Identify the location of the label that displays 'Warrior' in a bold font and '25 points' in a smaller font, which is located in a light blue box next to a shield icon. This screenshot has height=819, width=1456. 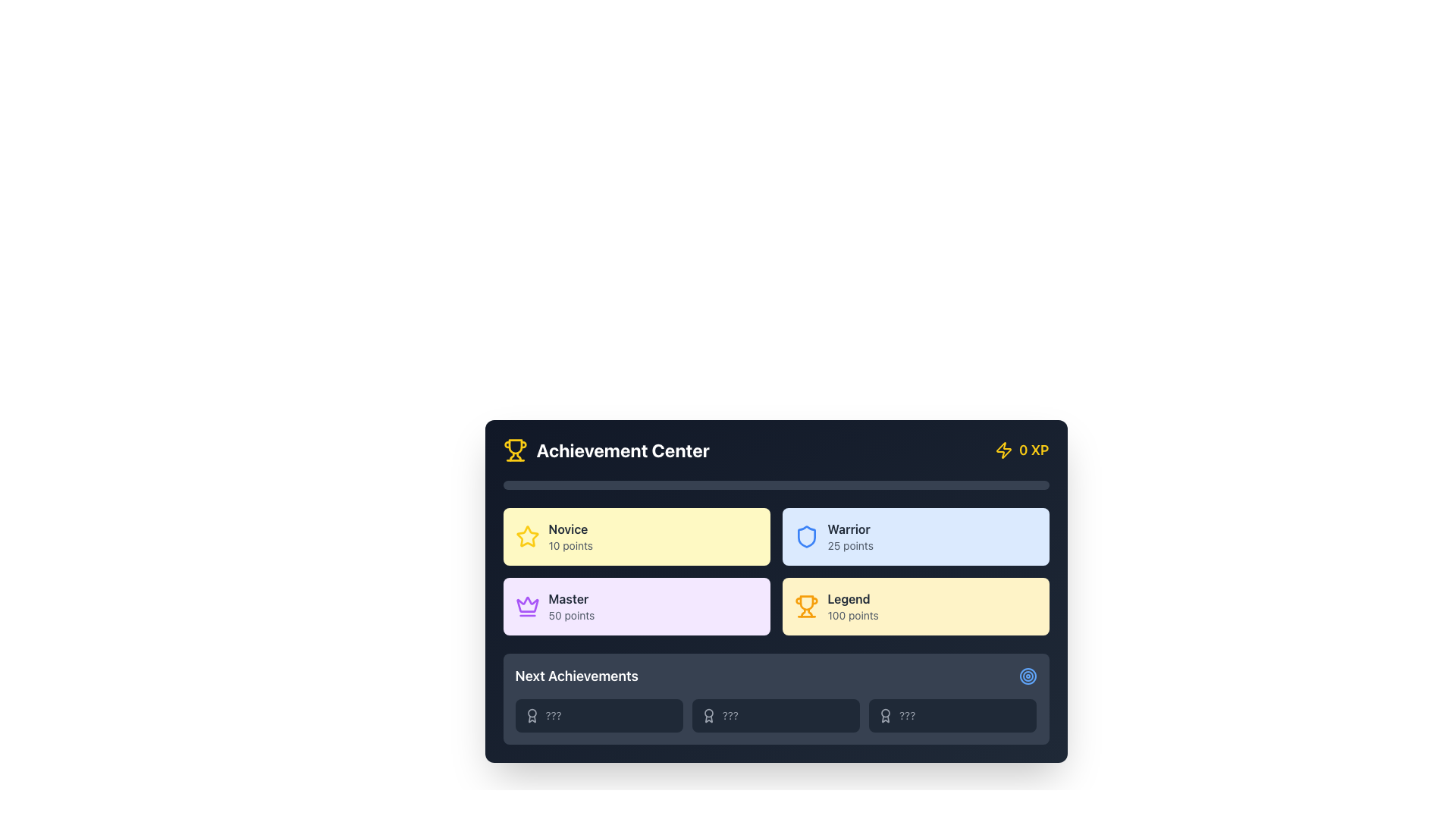
(850, 536).